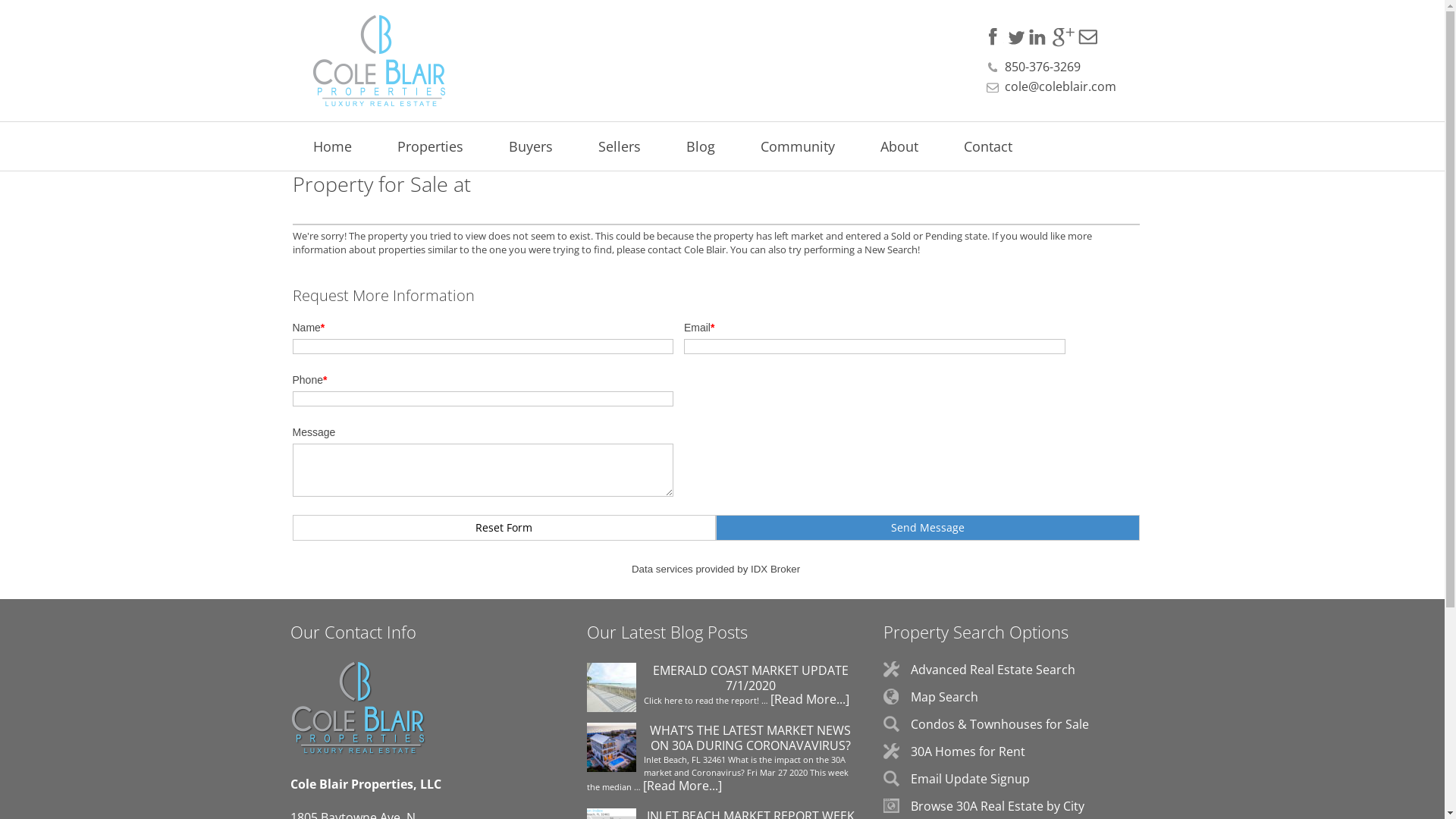 Image resolution: width=1456 pixels, height=819 pixels. What do you see at coordinates (504, 526) in the screenshot?
I see `'Reset Form'` at bounding box center [504, 526].